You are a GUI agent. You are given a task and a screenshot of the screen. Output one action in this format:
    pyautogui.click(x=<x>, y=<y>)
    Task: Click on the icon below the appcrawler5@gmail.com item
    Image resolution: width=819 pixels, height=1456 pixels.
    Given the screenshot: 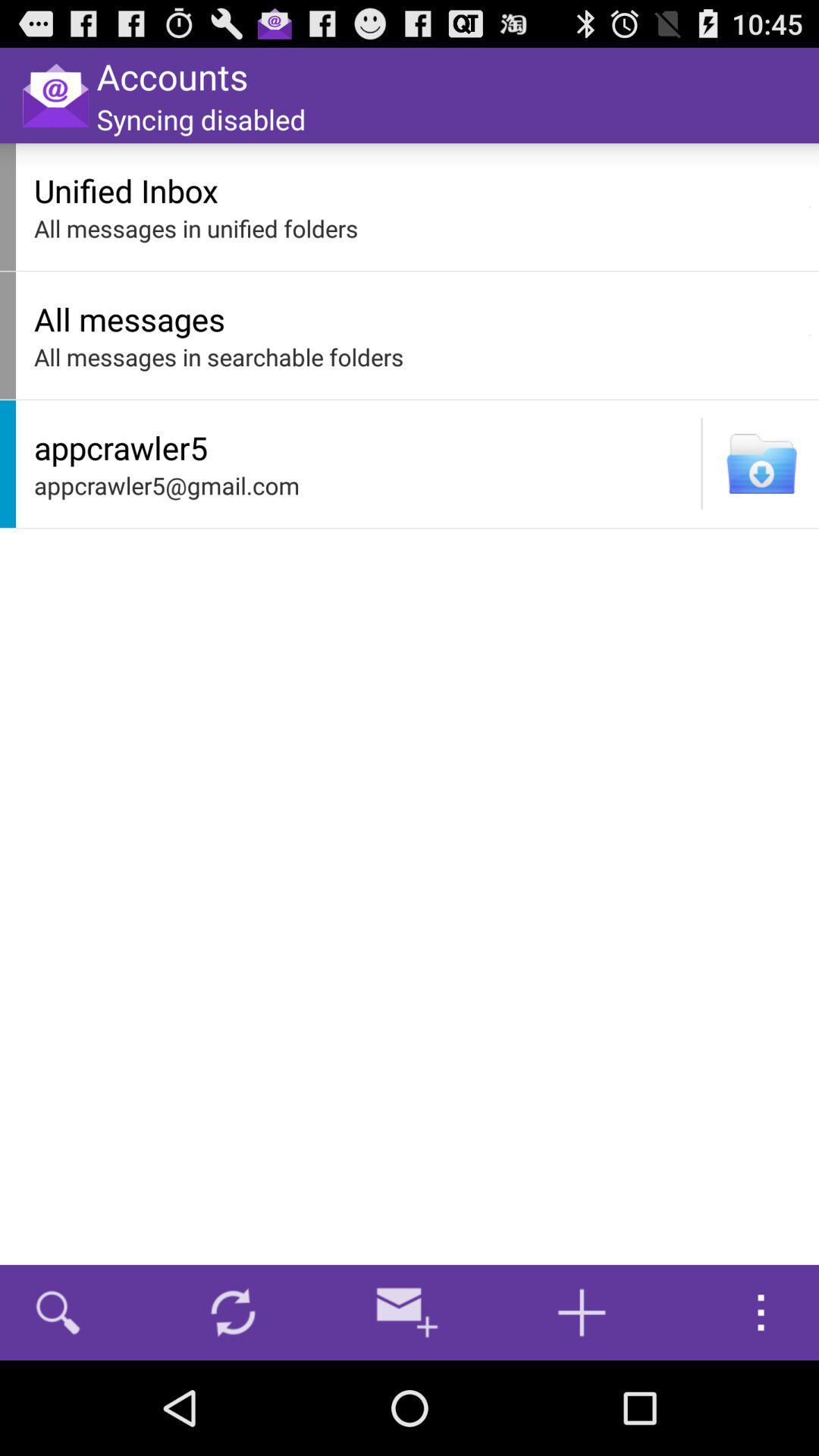 What is the action you would take?
    pyautogui.click(x=406, y=1312)
    